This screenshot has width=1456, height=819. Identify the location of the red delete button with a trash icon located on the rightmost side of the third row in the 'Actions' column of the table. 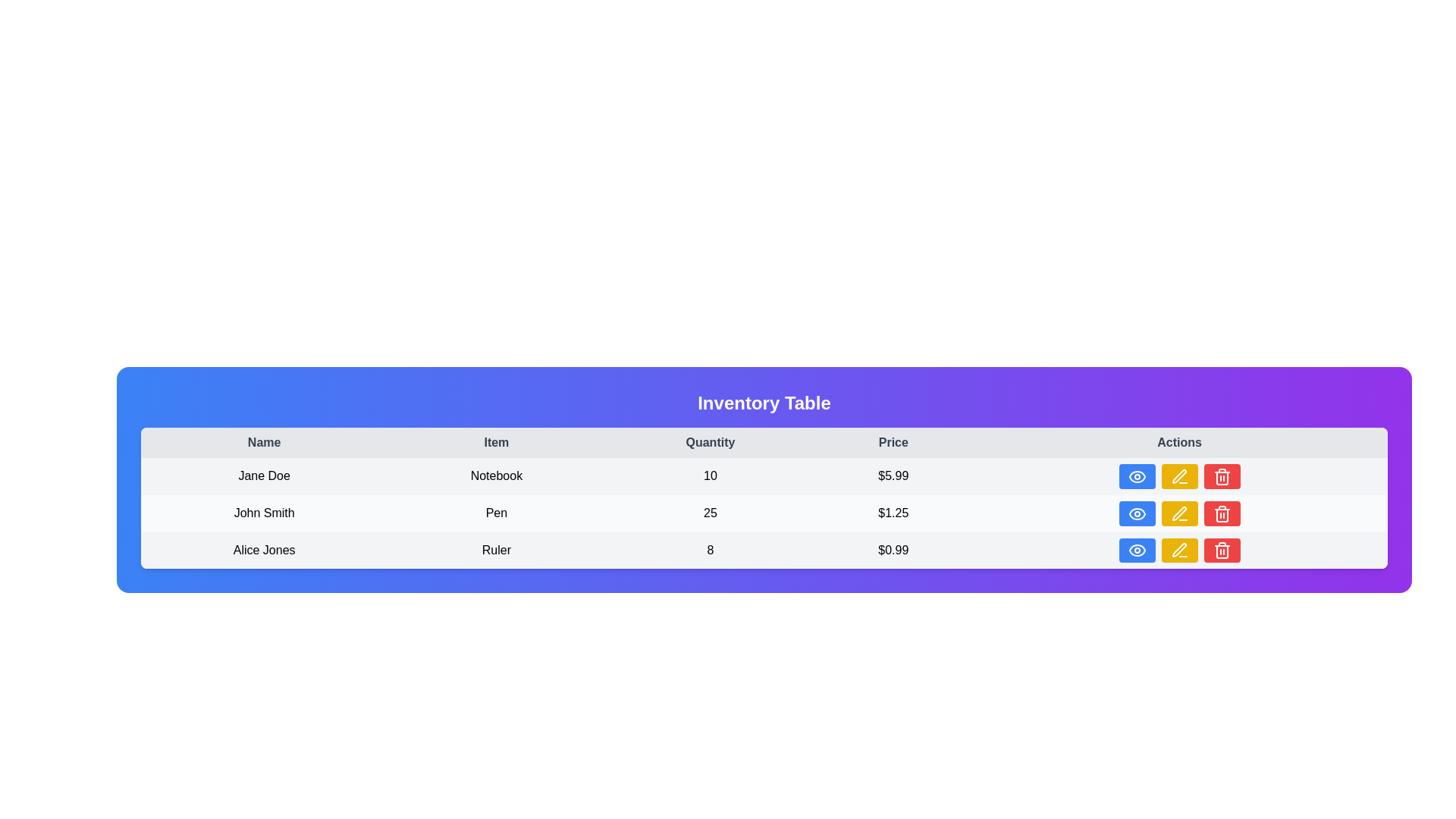
(1222, 475).